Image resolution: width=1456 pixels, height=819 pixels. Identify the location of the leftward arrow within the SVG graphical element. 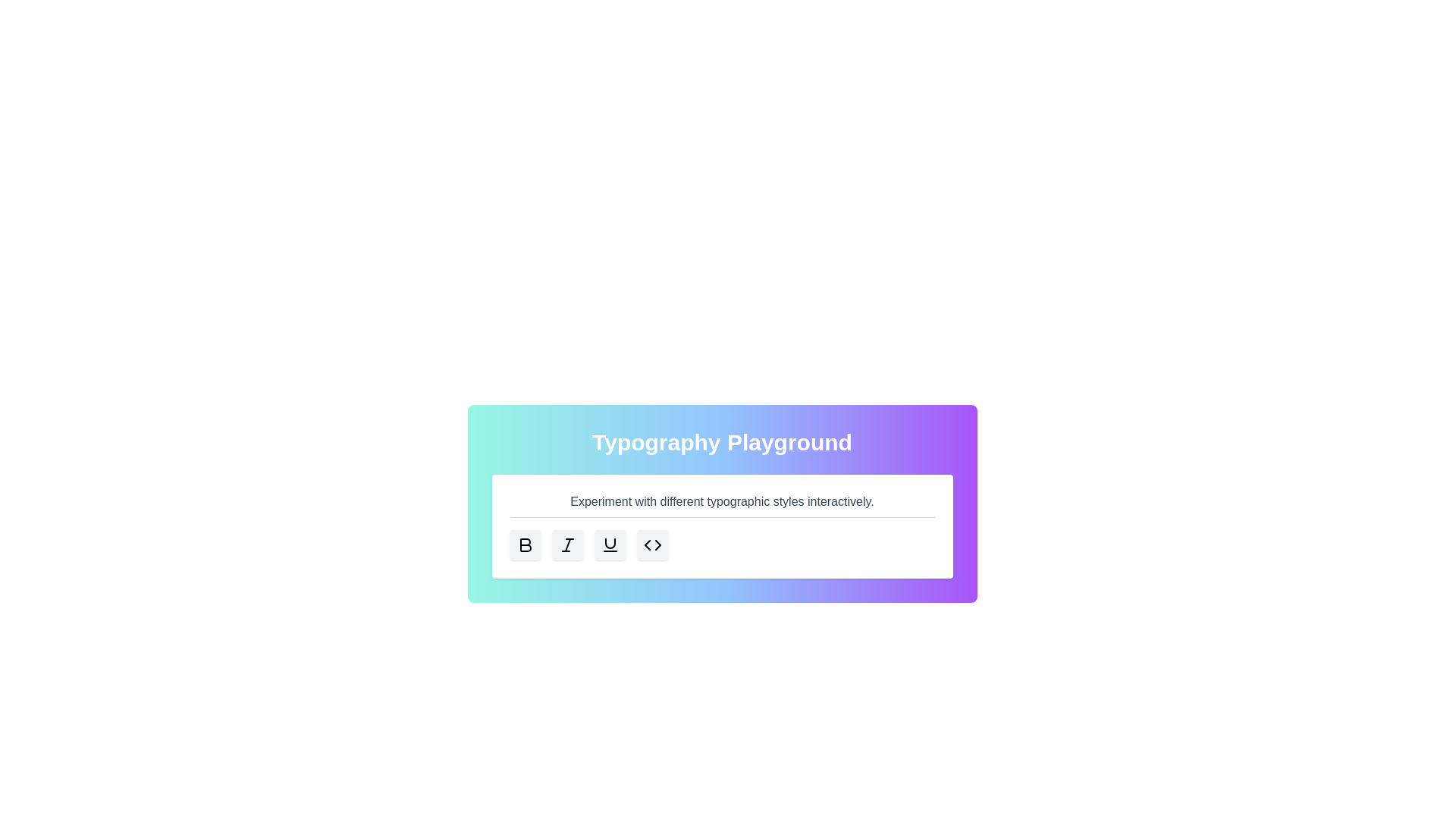
(647, 544).